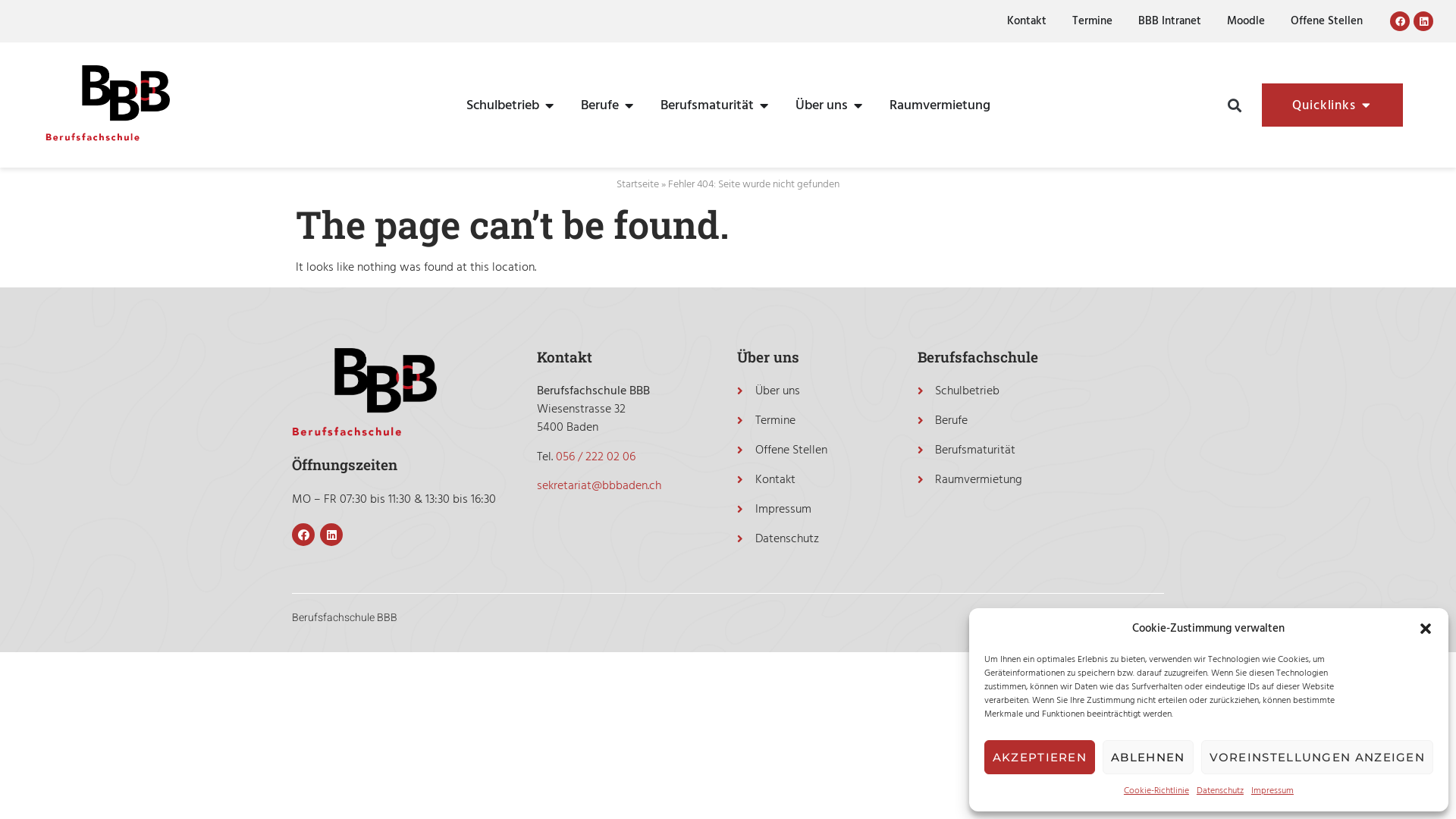 Image resolution: width=1456 pixels, height=819 pixels. Describe the element at coordinates (1169, 20) in the screenshot. I see `'BBB Intranet'` at that location.